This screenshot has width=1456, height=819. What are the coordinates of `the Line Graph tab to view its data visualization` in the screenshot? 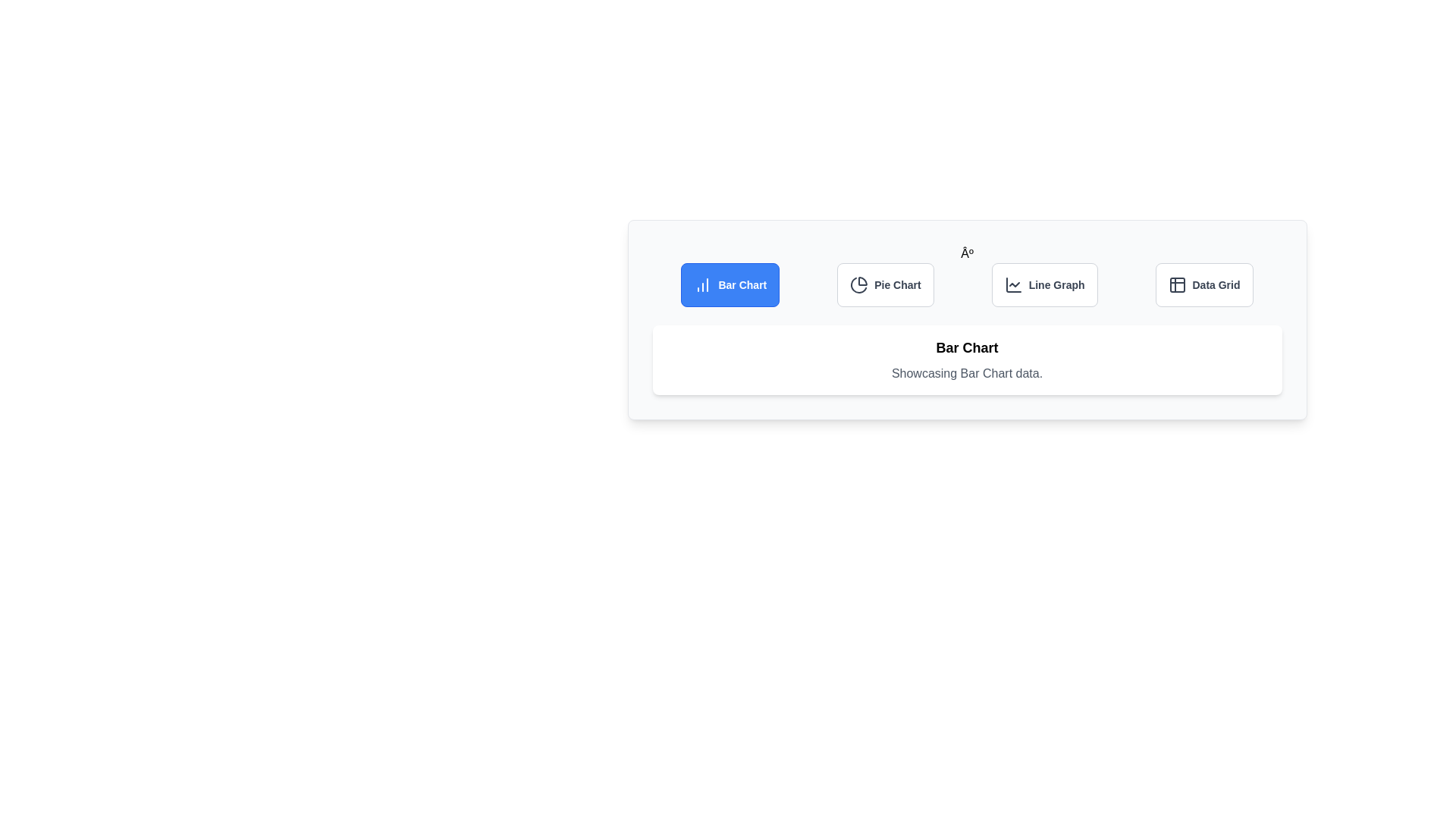 It's located at (1043, 284).